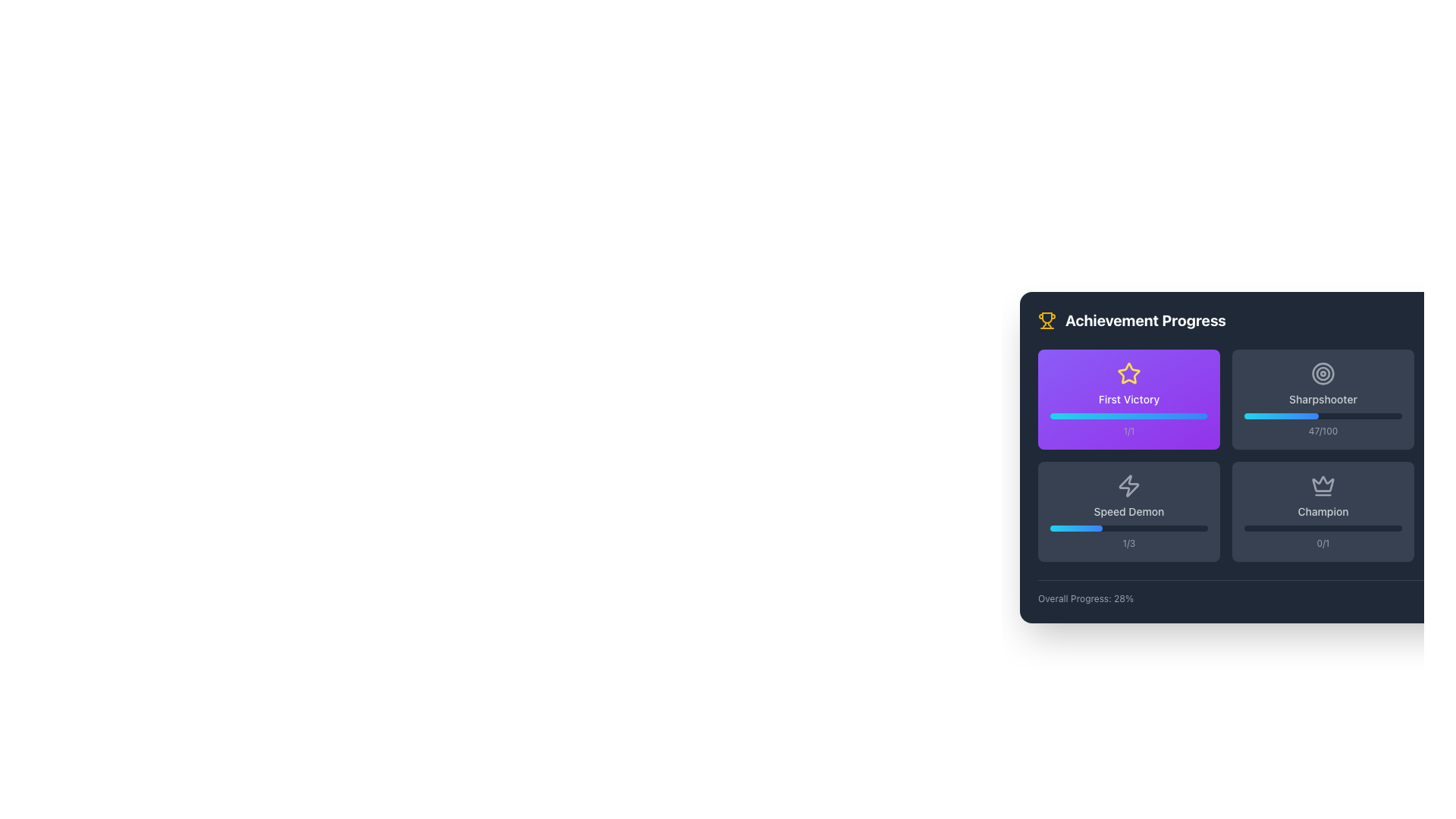  Describe the element at coordinates (1128, 374) in the screenshot. I see `the star-shaped icon with a yellow outline located in the upper-left tile of the Achievement Progress grid` at that location.